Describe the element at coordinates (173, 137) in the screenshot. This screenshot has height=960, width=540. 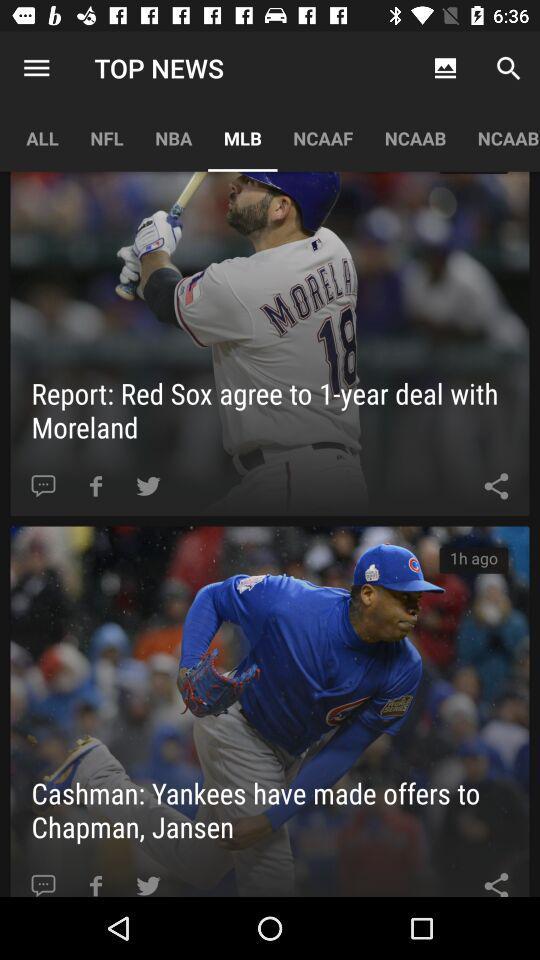
I see `icon next to mlb app` at that location.